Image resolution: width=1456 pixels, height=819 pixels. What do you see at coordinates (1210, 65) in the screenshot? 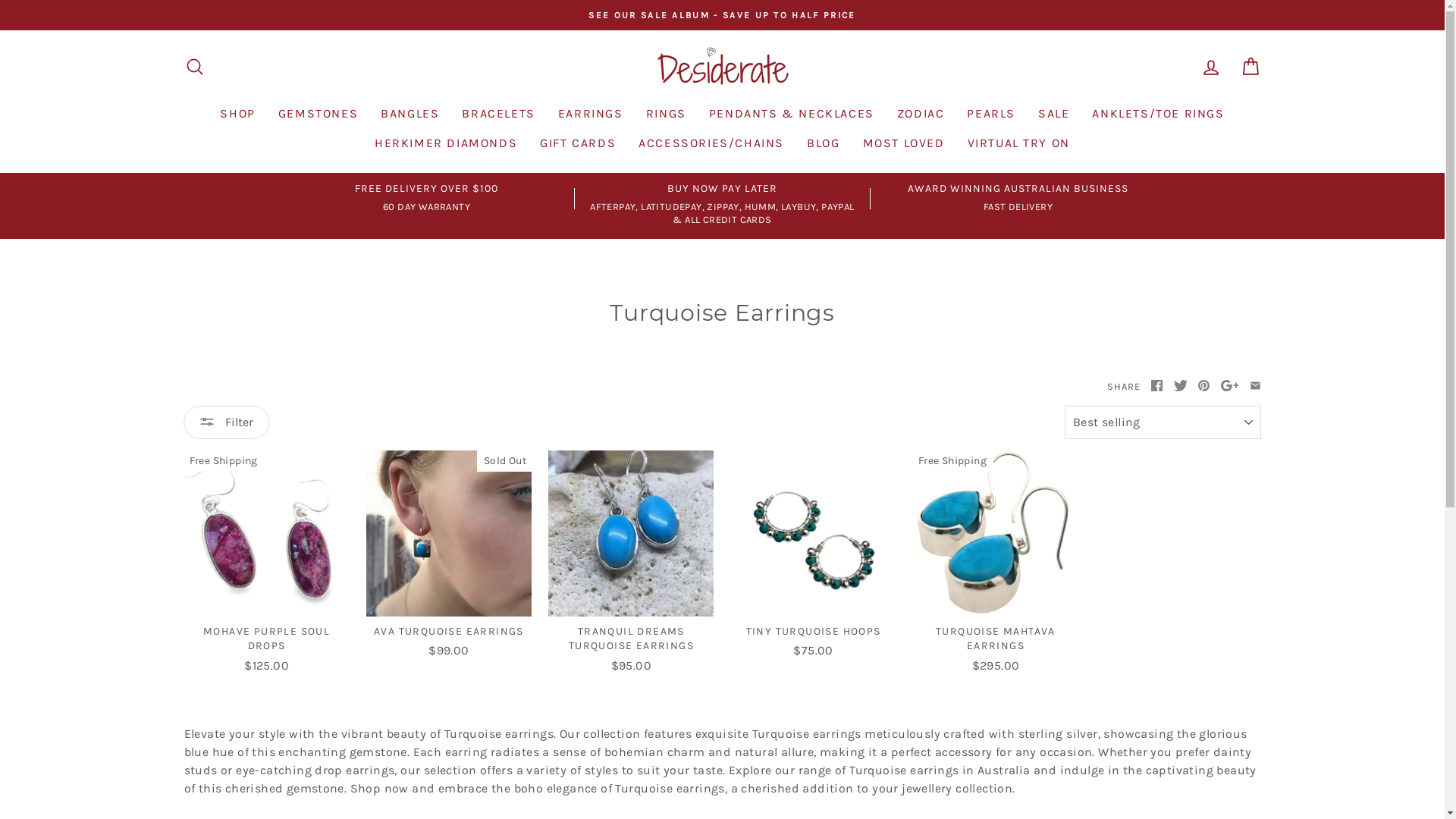
I see `'LOG IN'` at bounding box center [1210, 65].